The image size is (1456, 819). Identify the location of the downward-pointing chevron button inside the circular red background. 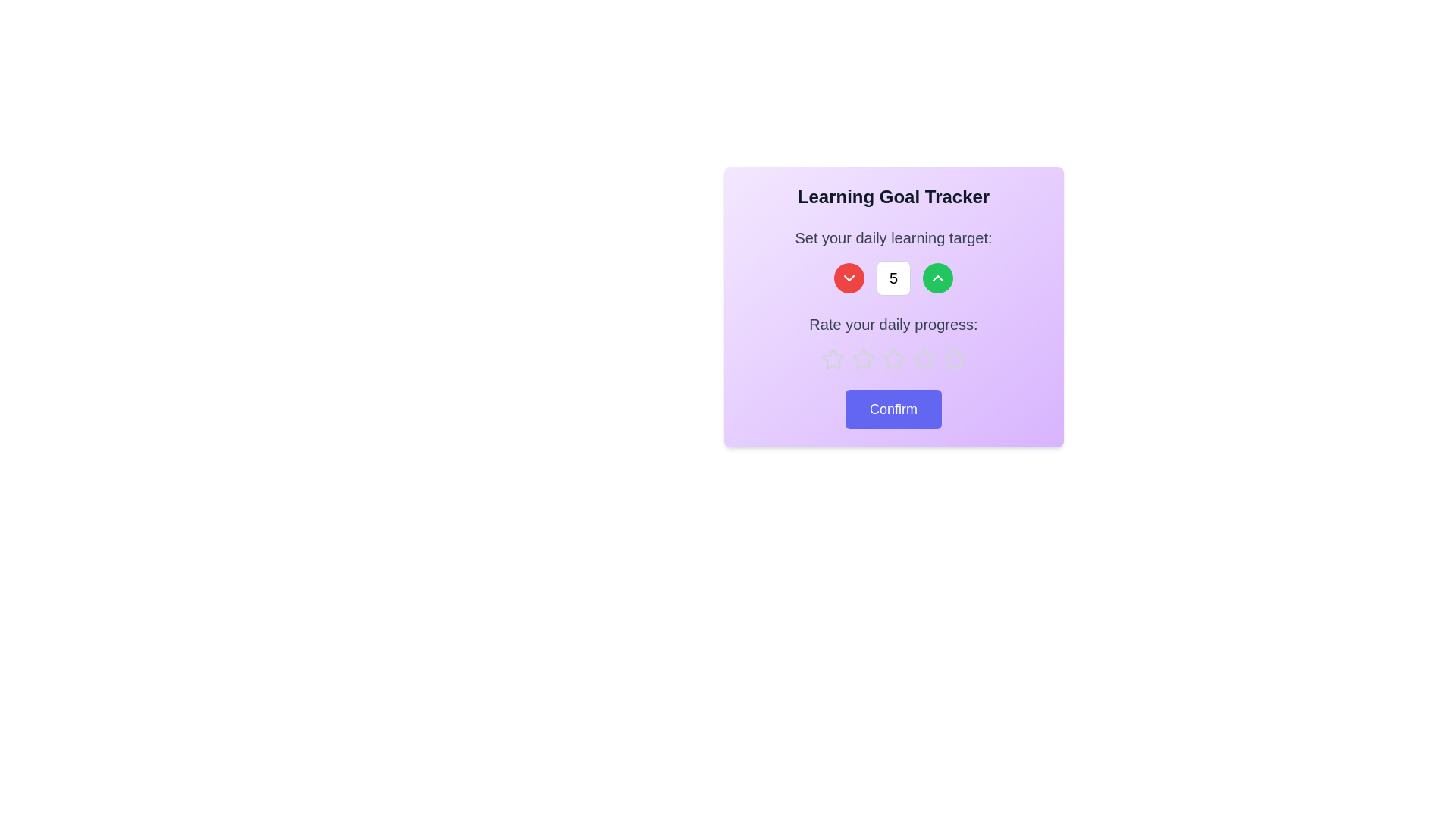
(848, 278).